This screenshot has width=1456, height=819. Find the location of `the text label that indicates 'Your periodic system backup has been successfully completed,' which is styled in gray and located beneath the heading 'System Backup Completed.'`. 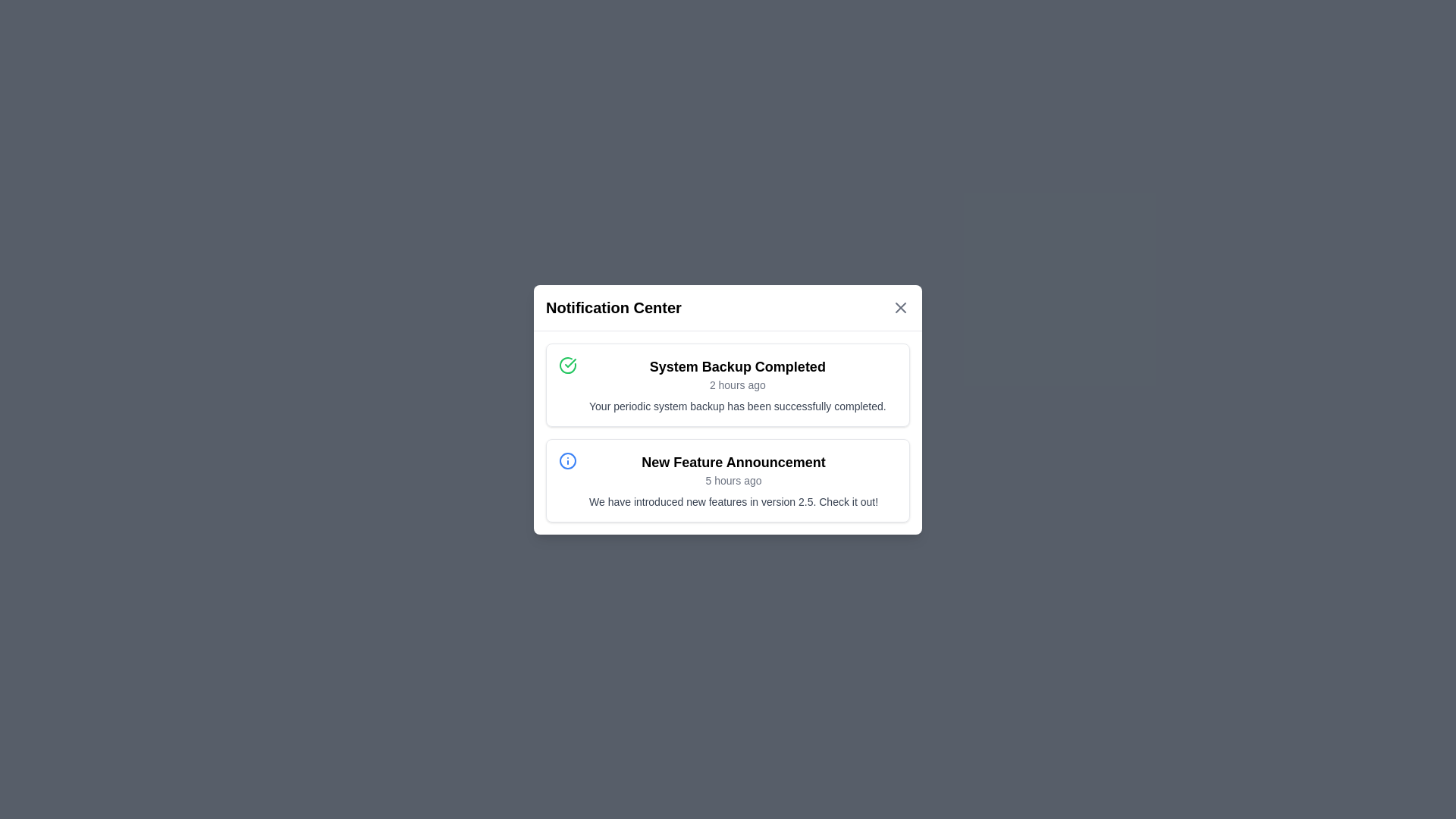

the text label that indicates 'Your periodic system backup has been successfully completed,' which is styled in gray and located beneath the heading 'System Backup Completed.' is located at coordinates (737, 405).